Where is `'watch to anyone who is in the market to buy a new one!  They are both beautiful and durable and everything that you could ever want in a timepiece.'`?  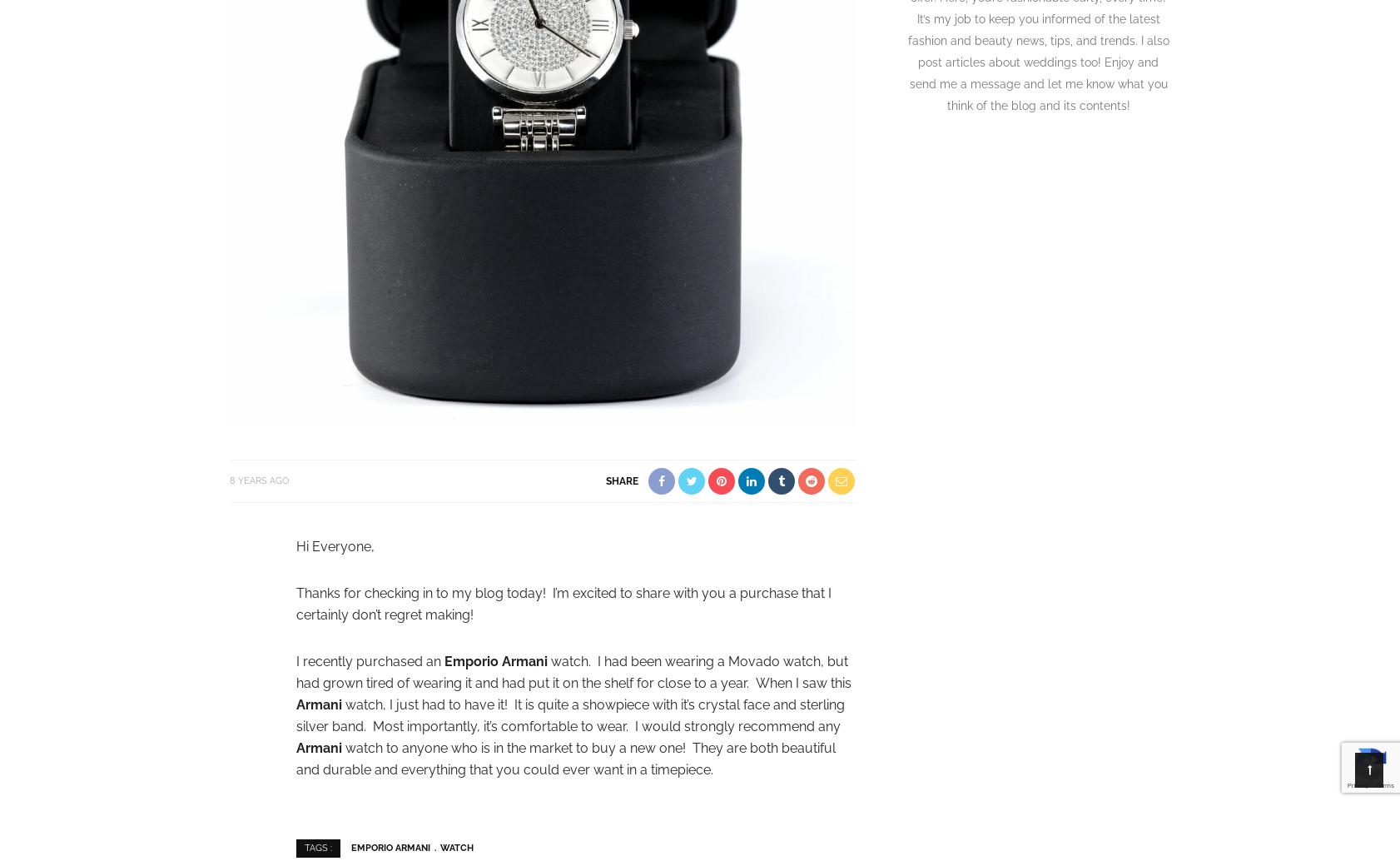 'watch to anyone who is in the market to buy a new one!  They are both beautiful and durable and everything that you could ever want in a timepiece.' is located at coordinates (566, 758).